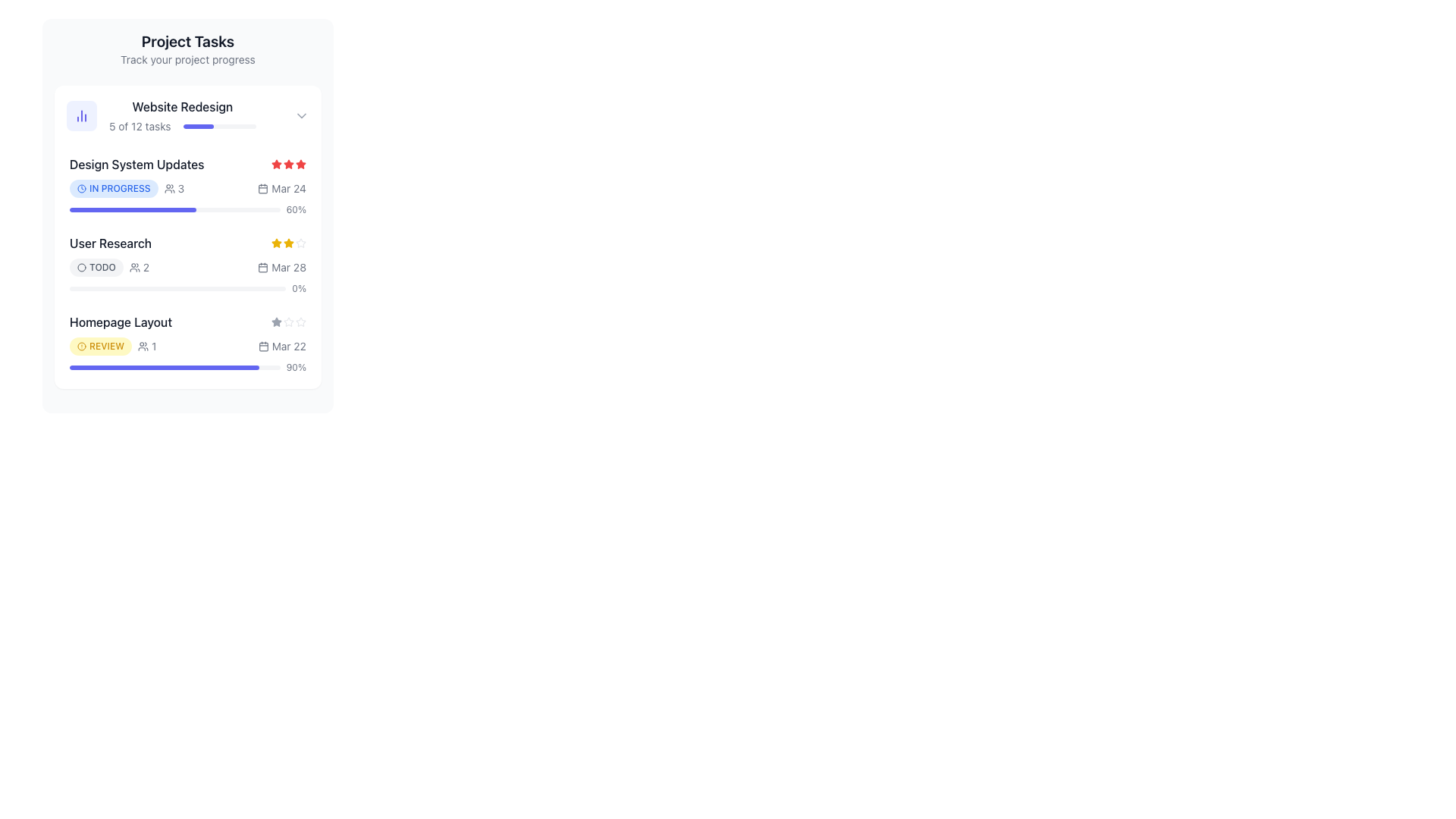 This screenshot has width=1456, height=819. I want to click on the yellow-colored filled star icon representing the first star in the rating system, located next to the 'User Research' task row, so click(276, 242).